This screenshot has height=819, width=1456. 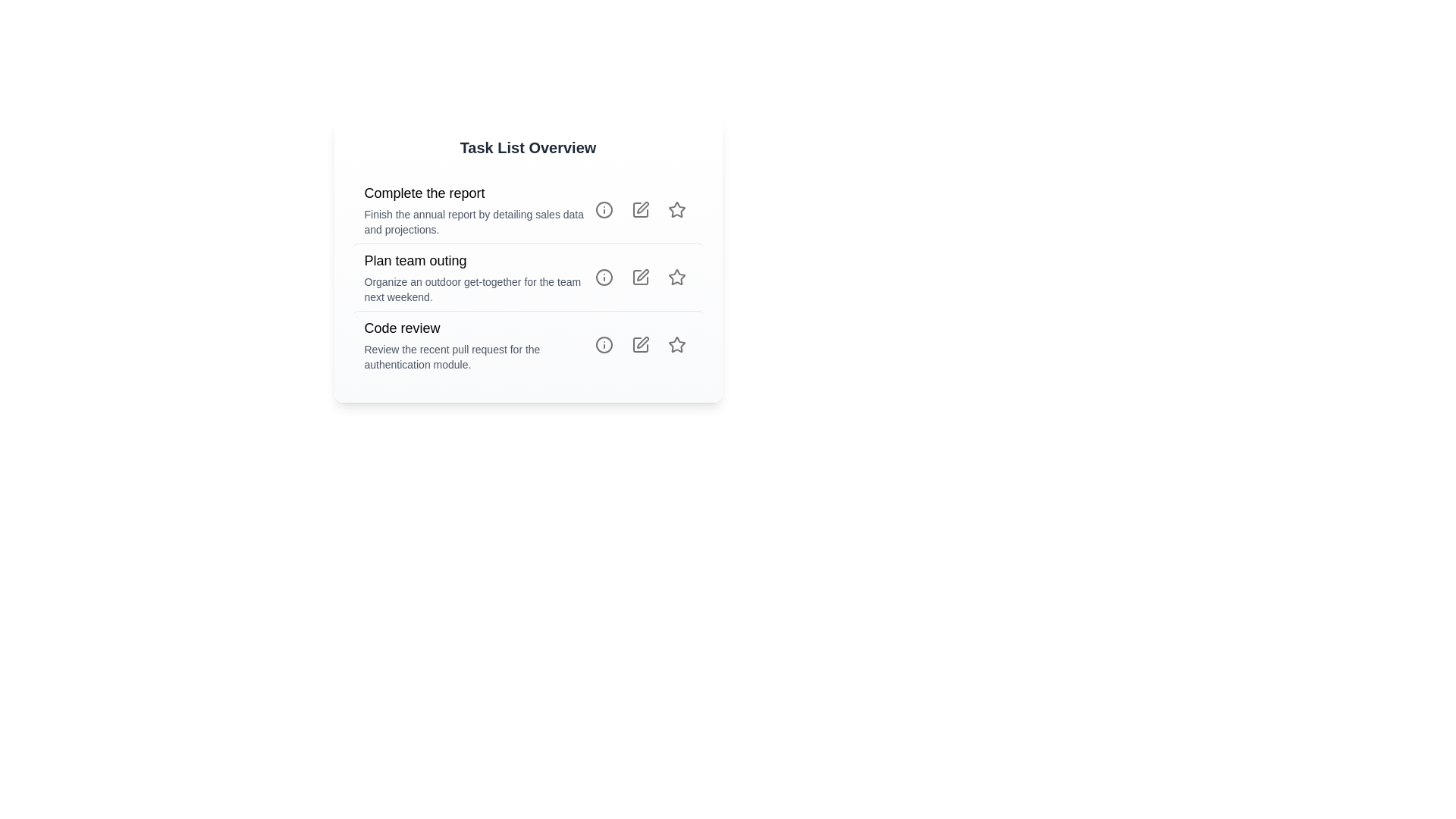 I want to click on the green circular button with a pencil icon, located between the blue info button and the yellow star button in the row titled 'Plan team outing', so click(x=640, y=278).